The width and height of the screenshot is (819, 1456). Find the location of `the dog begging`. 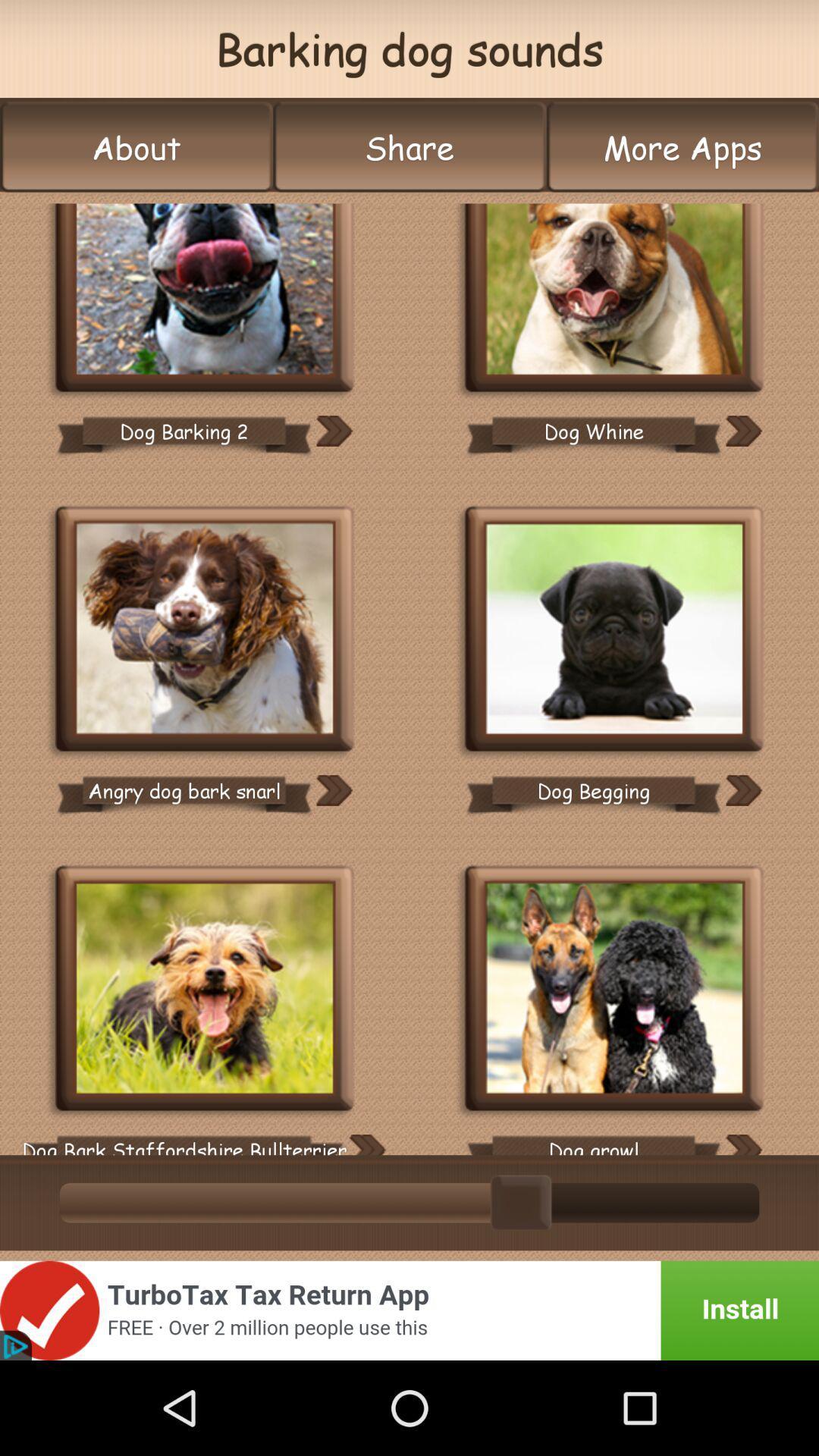

the dog begging is located at coordinates (593, 789).